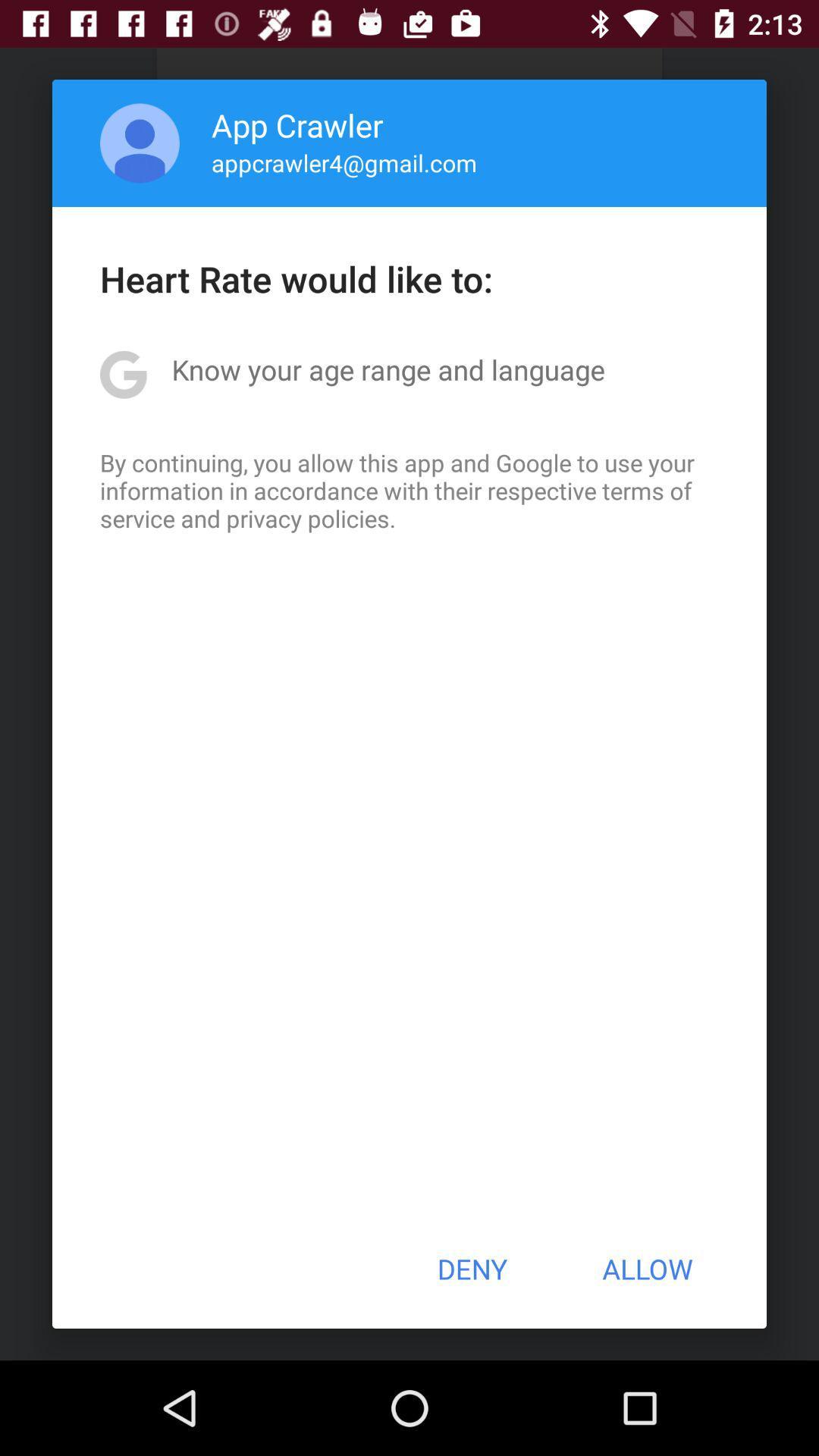  What do you see at coordinates (388, 369) in the screenshot?
I see `know your age item` at bounding box center [388, 369].